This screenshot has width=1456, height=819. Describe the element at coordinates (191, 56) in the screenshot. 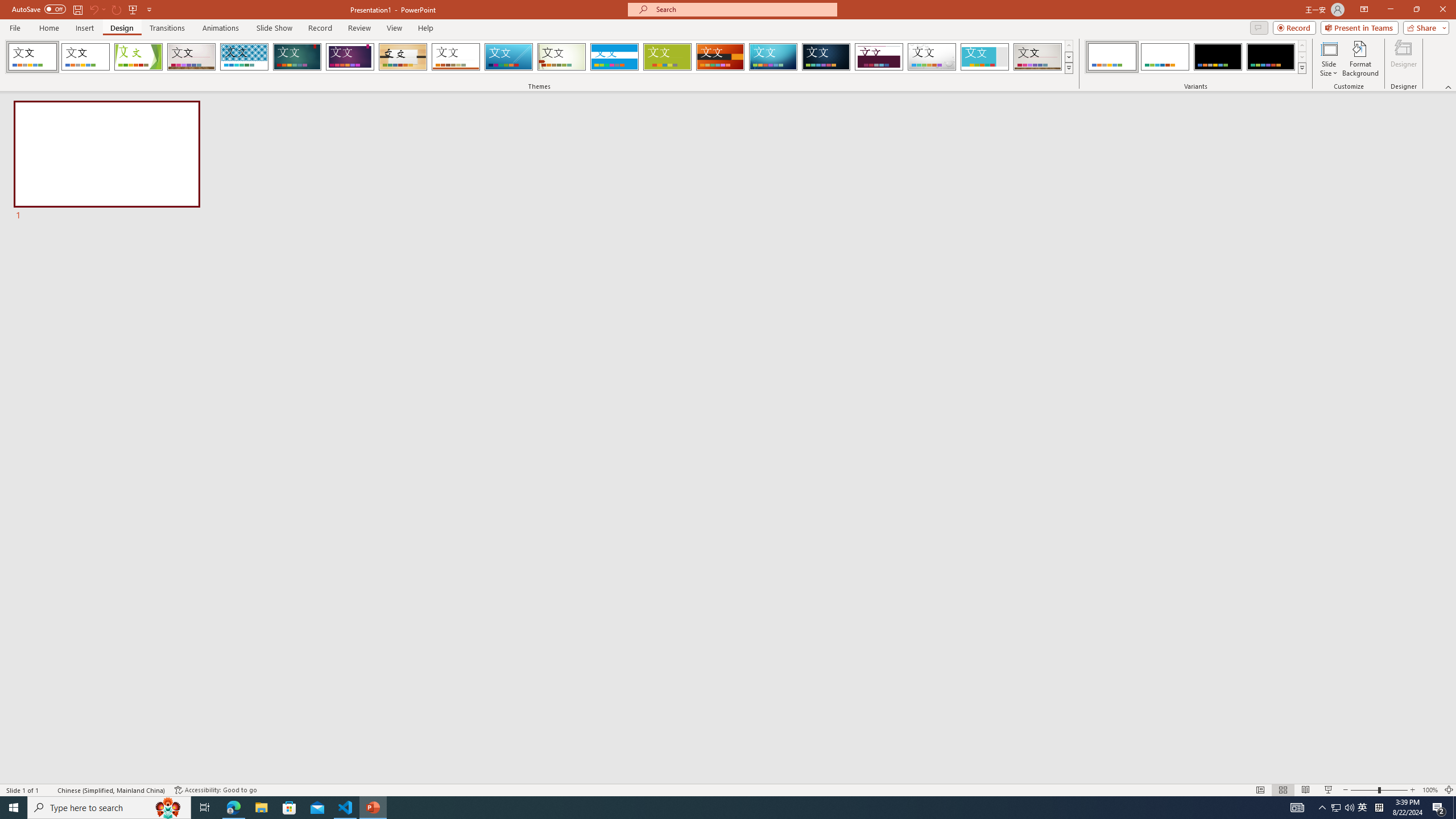

I see `'Gallery'` at that location.